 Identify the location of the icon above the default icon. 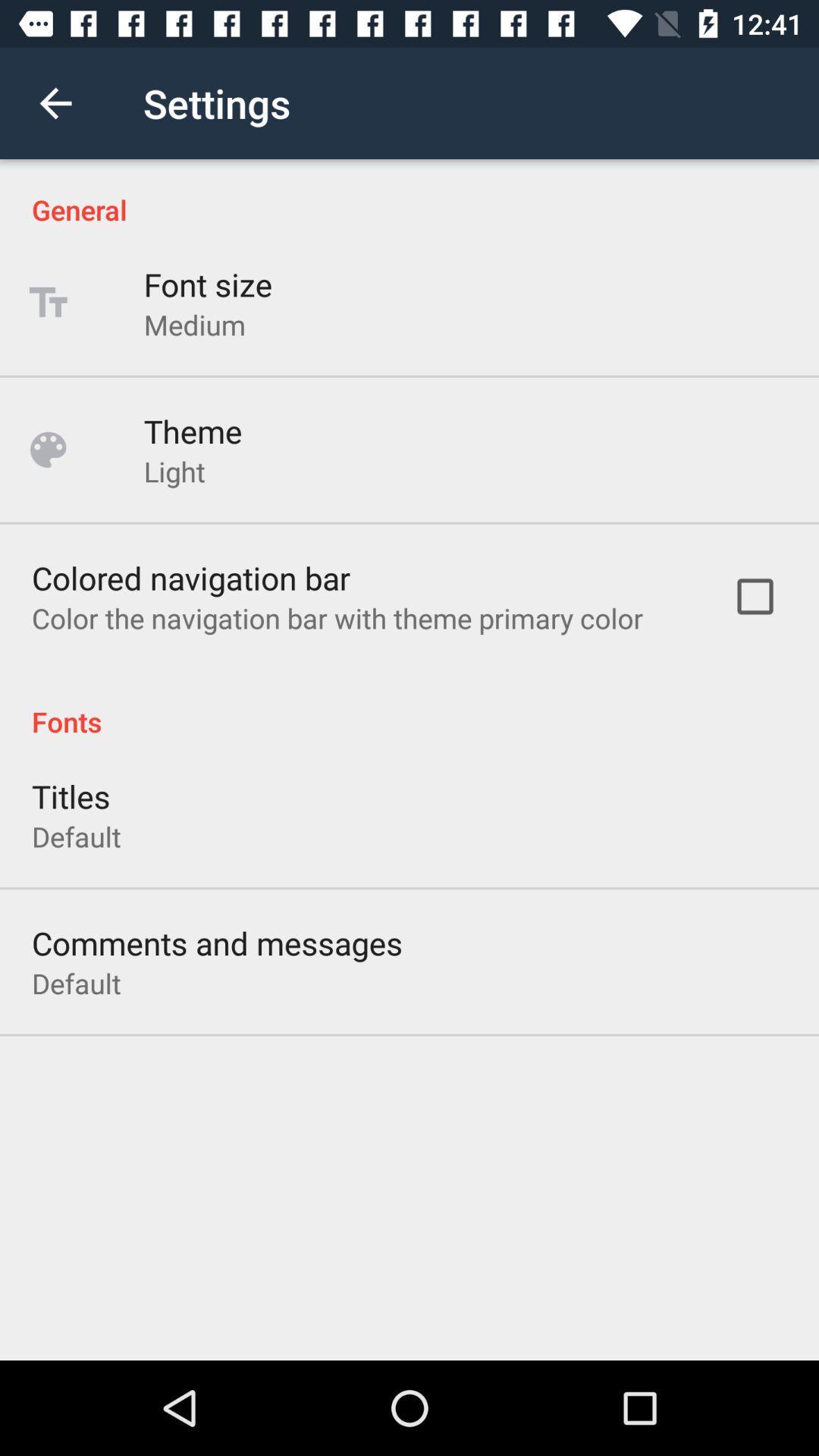
(217, 942).